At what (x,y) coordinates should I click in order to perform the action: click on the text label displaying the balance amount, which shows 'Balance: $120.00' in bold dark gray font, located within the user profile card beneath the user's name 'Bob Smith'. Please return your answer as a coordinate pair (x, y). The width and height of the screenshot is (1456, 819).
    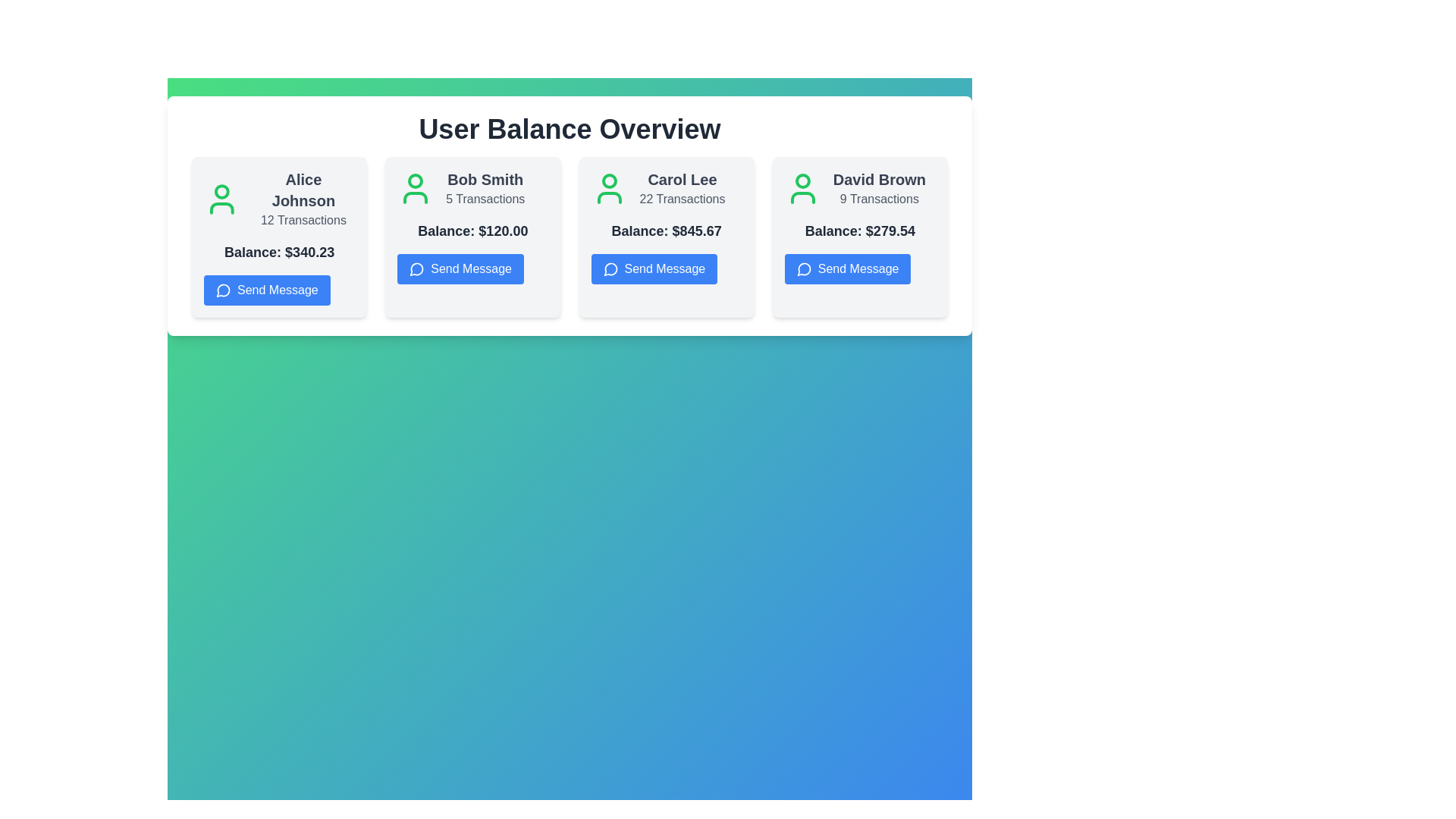
    Looking at the image, I should click on (472, 231).